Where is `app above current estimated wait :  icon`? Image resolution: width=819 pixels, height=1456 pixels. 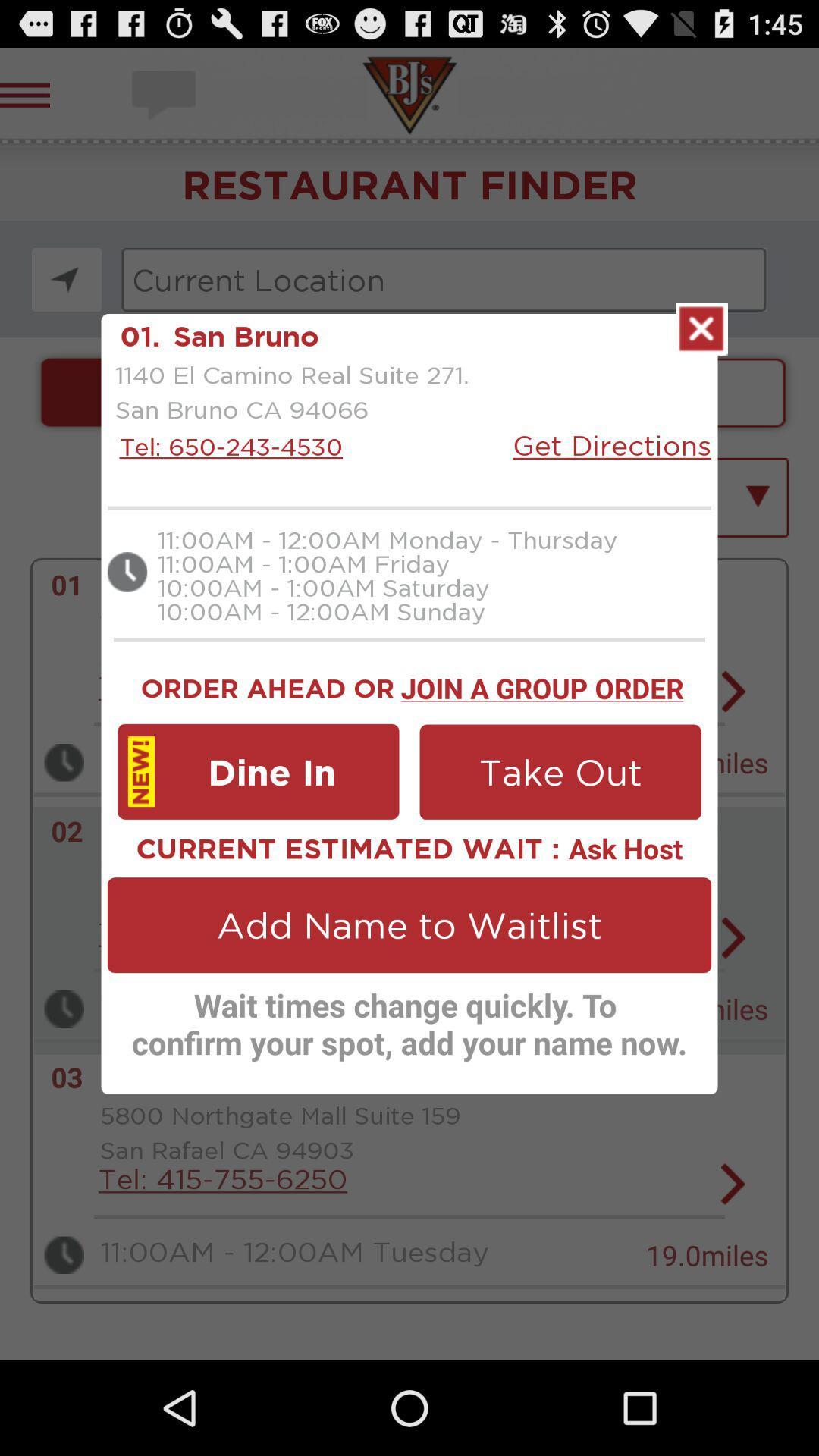
app above current estimated wait :  icon is located at coordinates (257, 771).